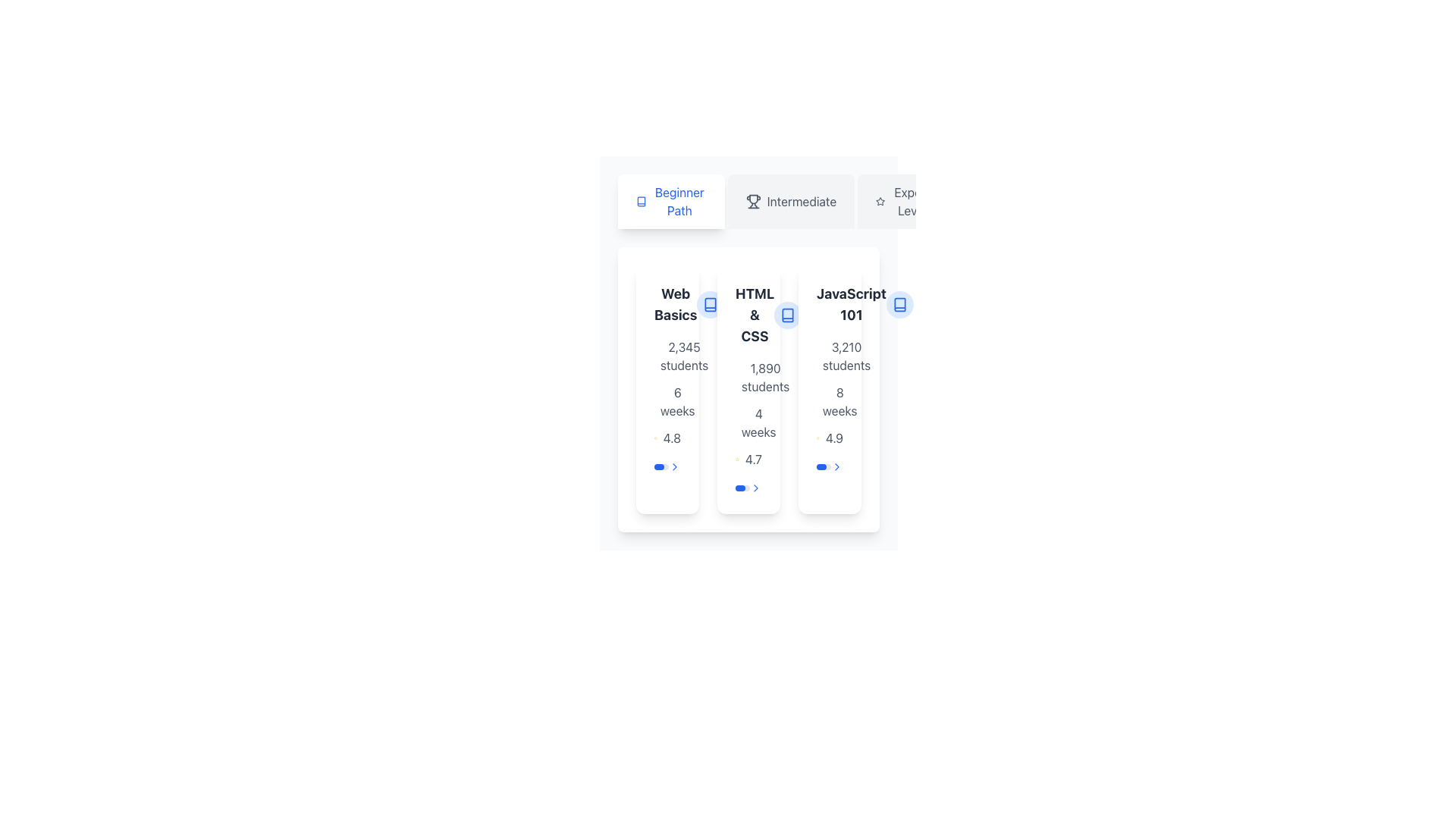 Image resolution: width=1456 pixels, height=819 pixels. Describe the element at coordinates (765, 376) in the screenshot. I see `the static text display that shows '1,890 students', which is centrally positioned in the middle card of the three-card layout for the 'HTML & CSS' course` at that location.